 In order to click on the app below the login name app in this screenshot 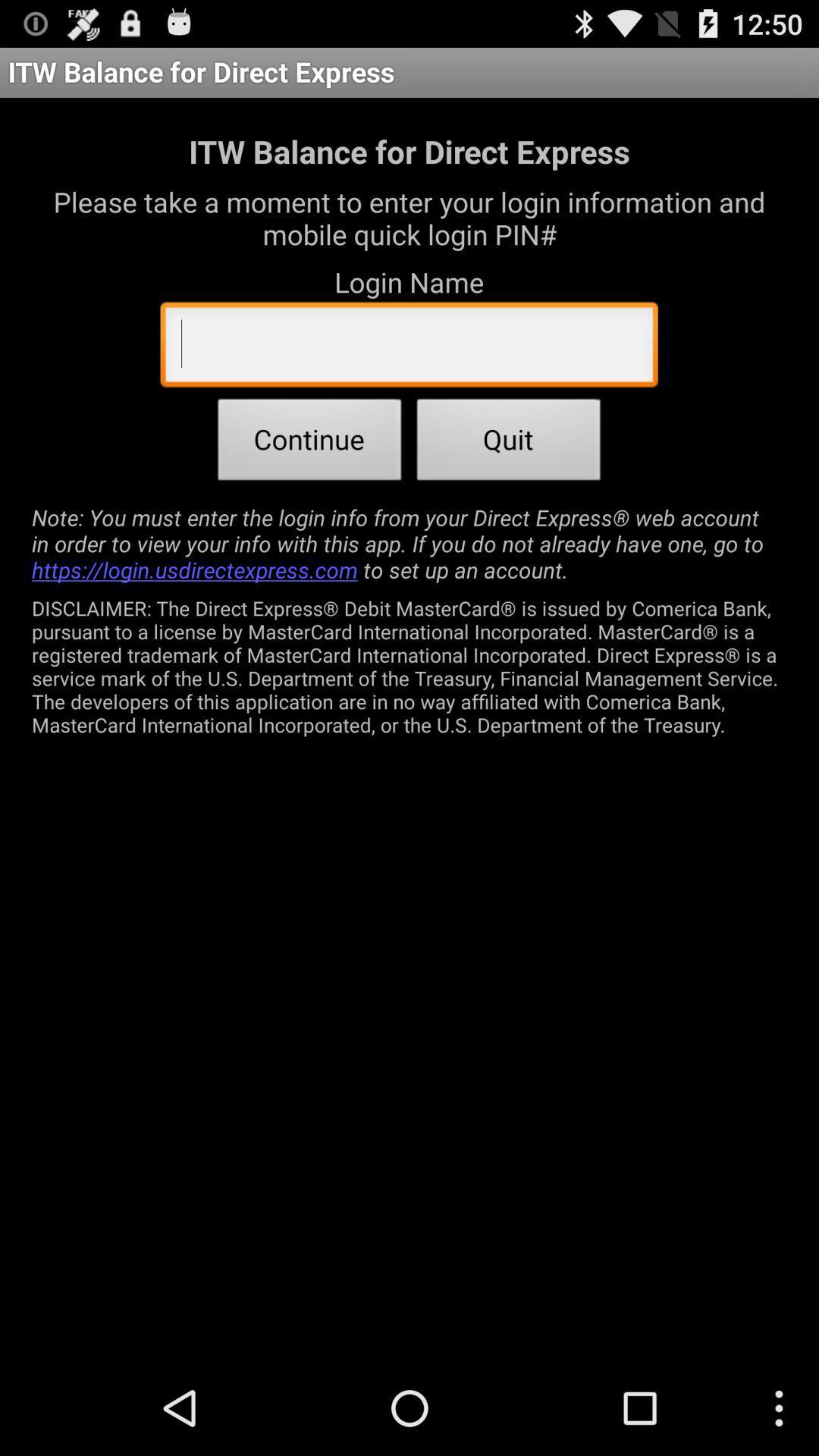, I will do `click(408, 347)`.